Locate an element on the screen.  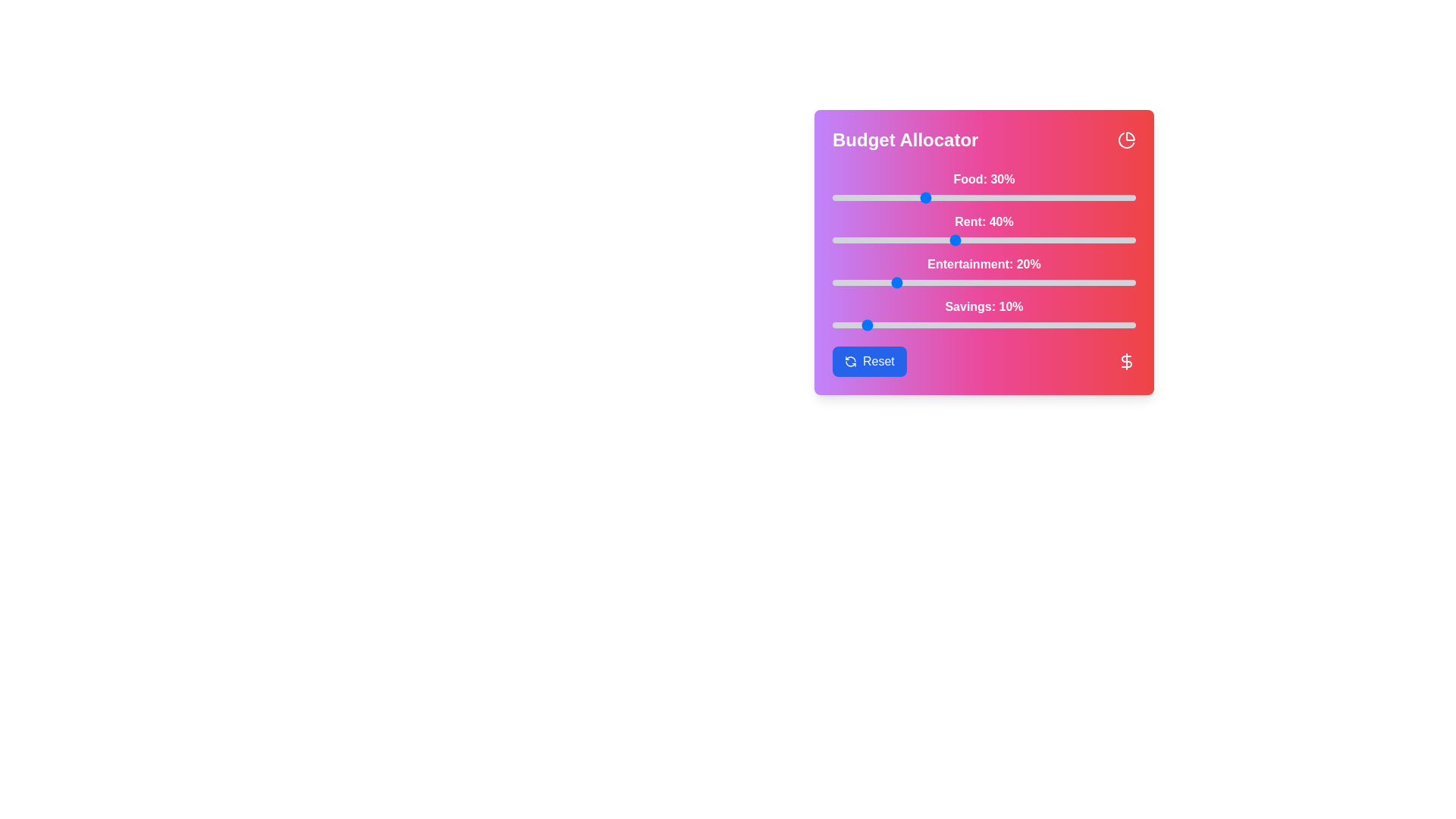
the entertainment budget is located at coordinates (1080, 283).